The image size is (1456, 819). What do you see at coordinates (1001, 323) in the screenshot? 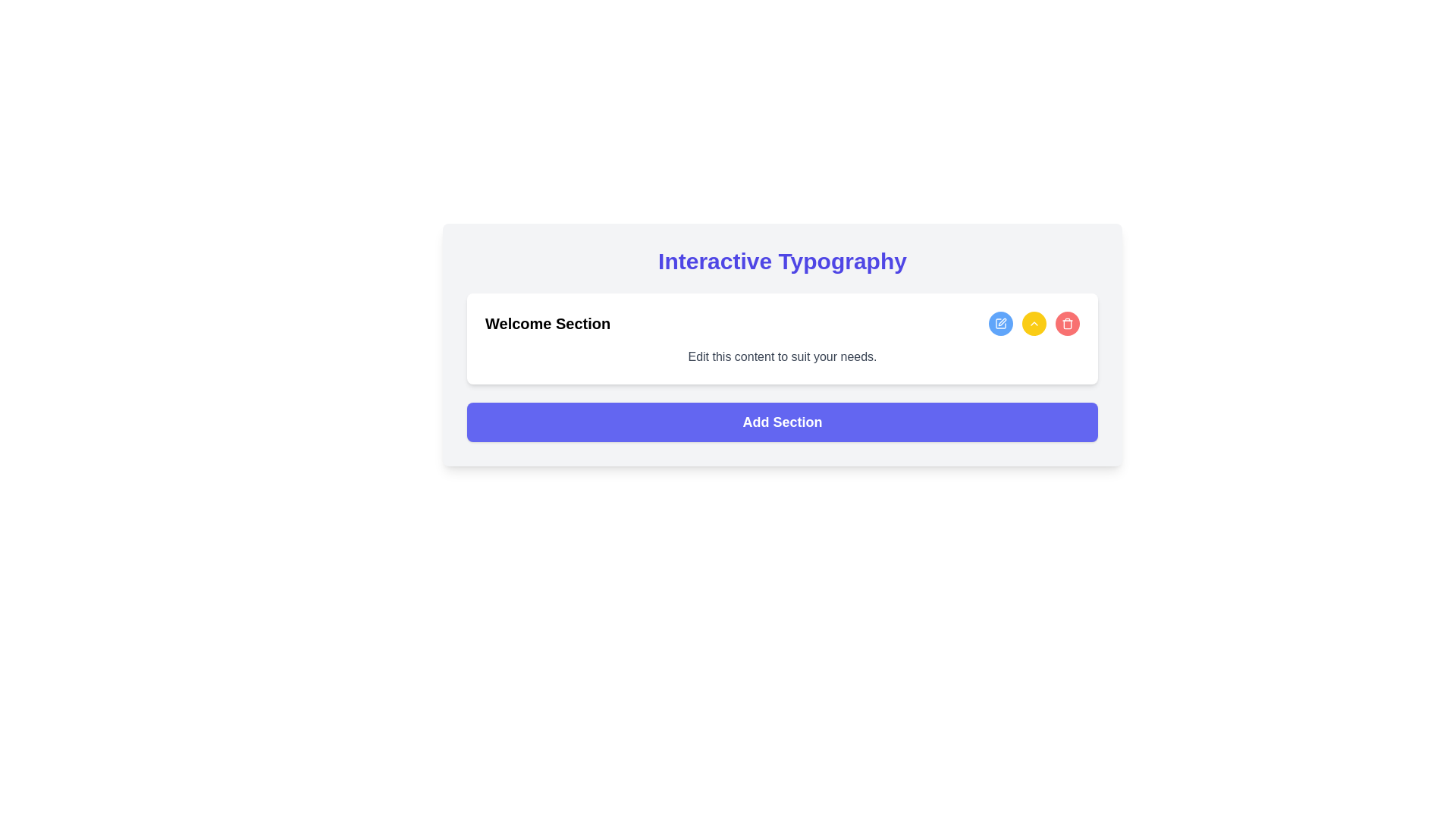
I see `the graphical icon button styled to resemble a pen inside a square, which is the first icon from the left in a horizontal group of three icons on the right of the rectangular white card, associated with editing the 'Welcome Section'` at bounding box center [1001, 323].